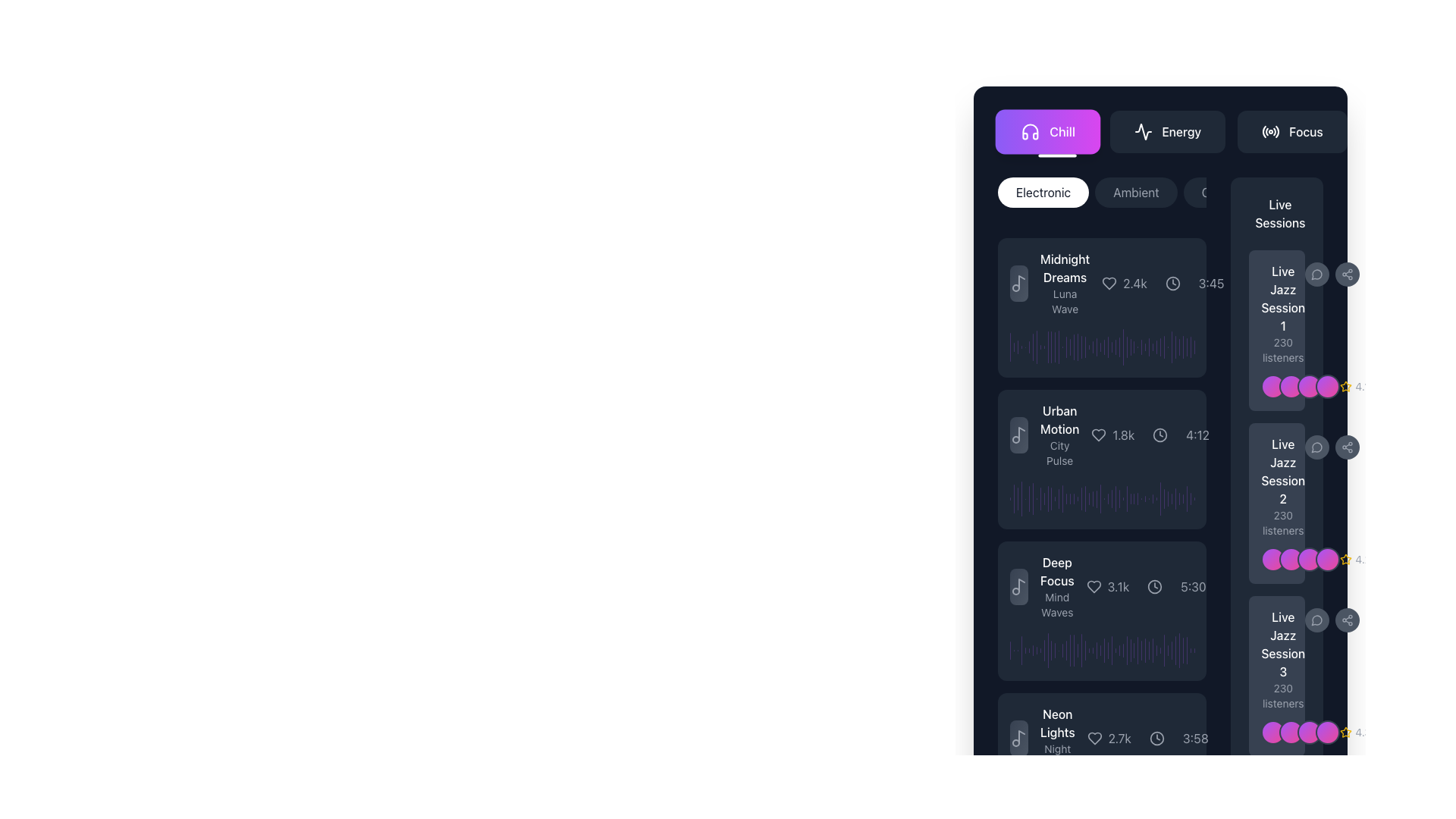  Describe the element at coordinates (1348, 447) in the screenshot. I see `the sharing icon button, represented by three circles connected by lines, located in the right-hand sidebar next to 'Live Jazz Session 1' in the 'Live Sessions' section using keyboard navigation` at that location.